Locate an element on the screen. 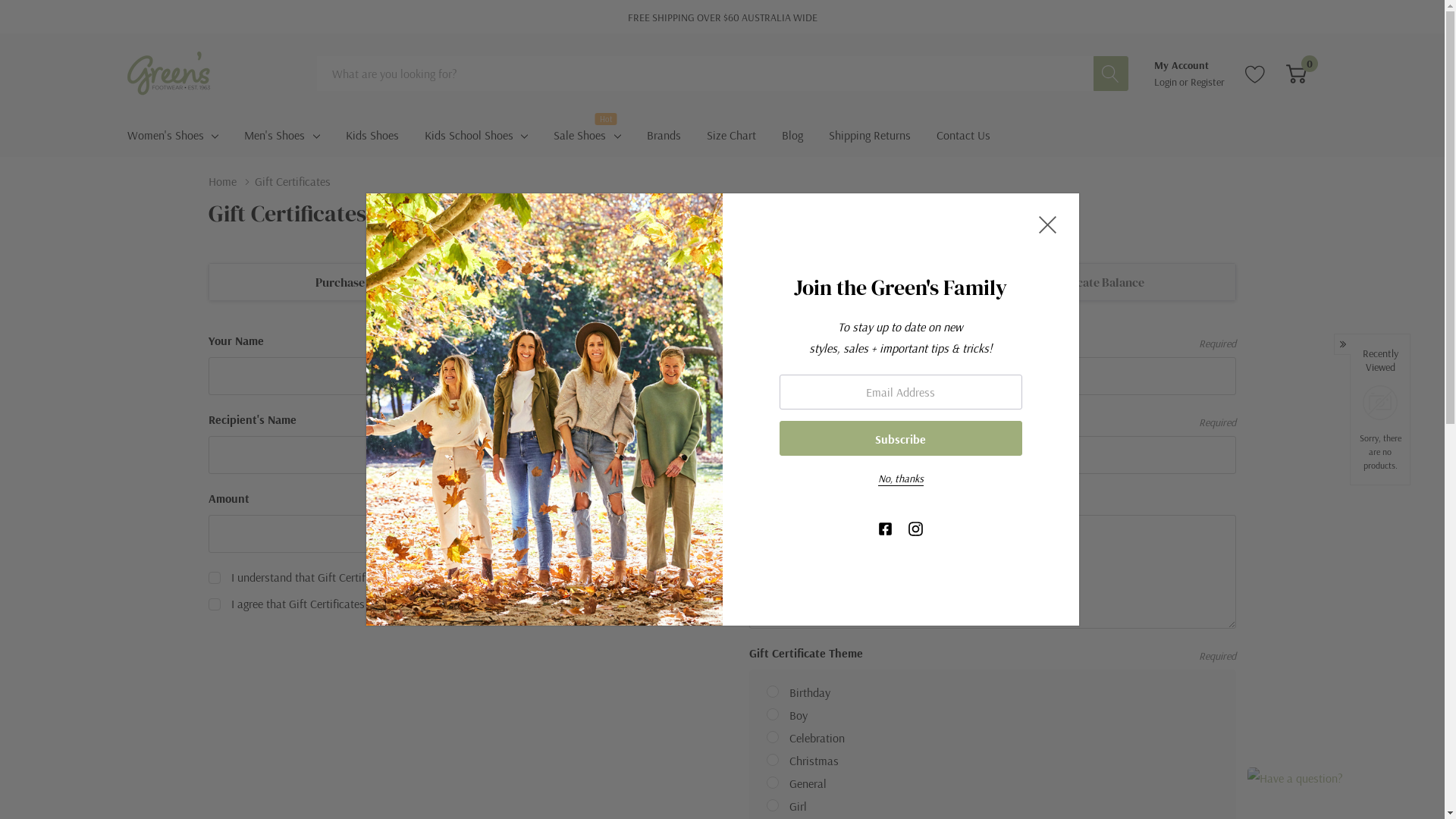  'Greens Footwear Pty Ltd' is located at coordinates (170, 73).